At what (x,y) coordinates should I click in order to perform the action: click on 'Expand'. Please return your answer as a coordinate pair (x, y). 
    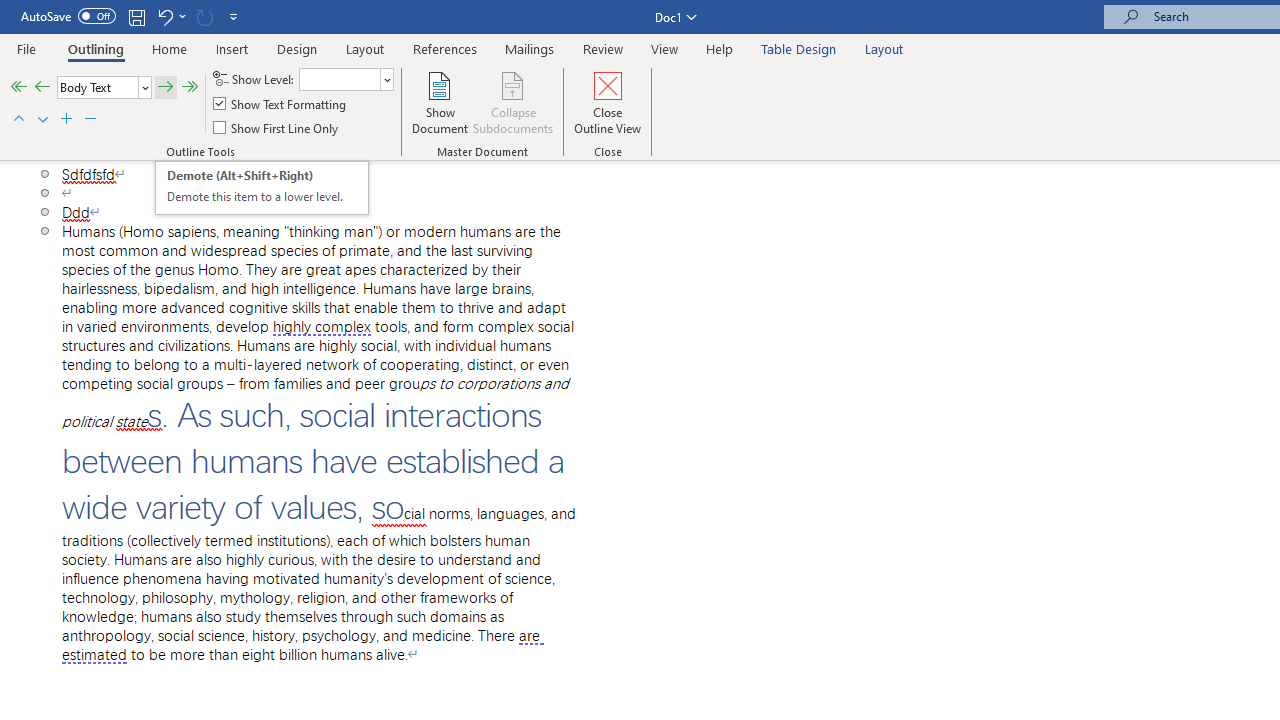
    Looking at the image, I should click on (67, 119).